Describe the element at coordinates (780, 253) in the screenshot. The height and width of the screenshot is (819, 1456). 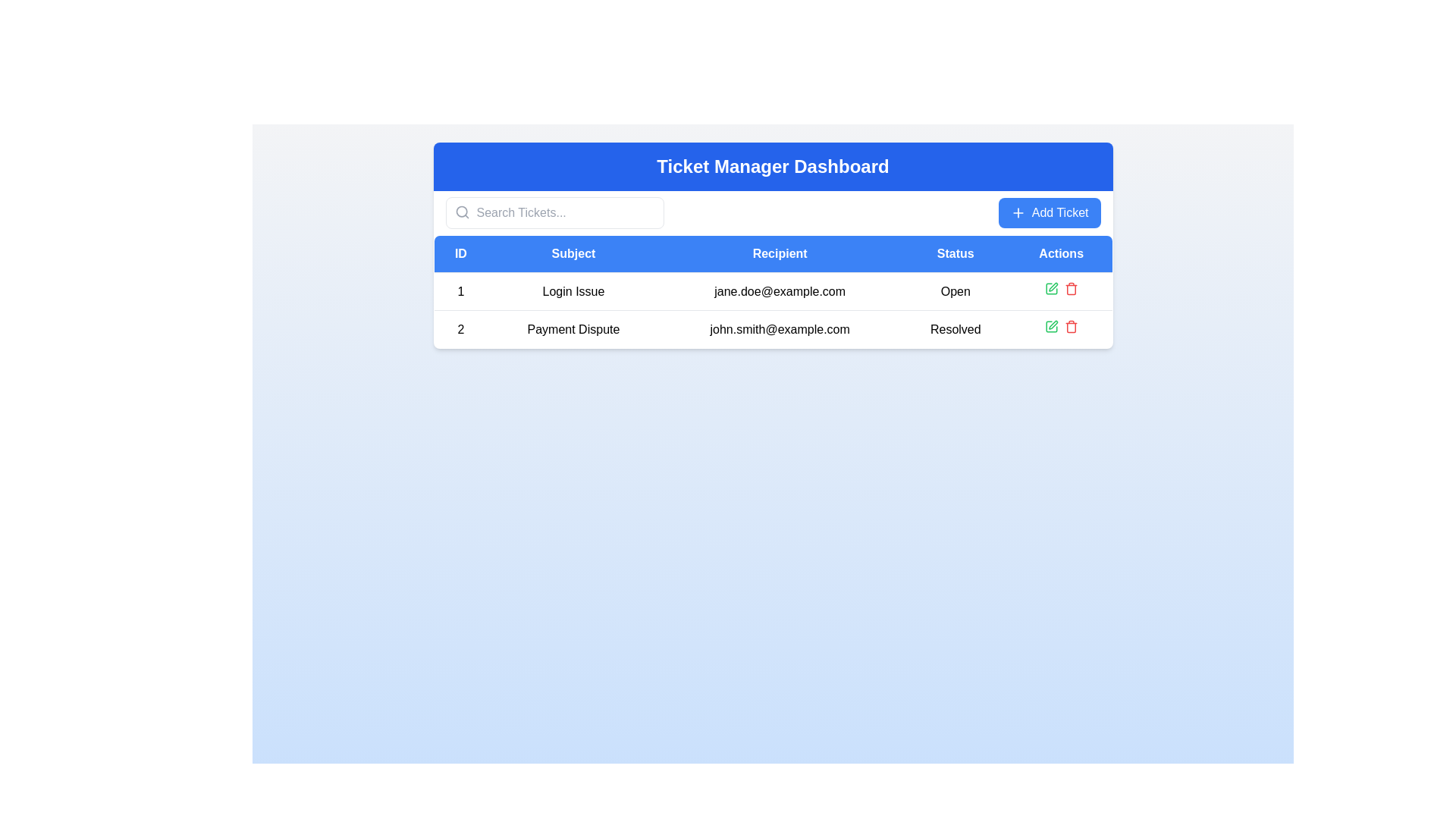
I see `the 'Recipient' header text in the table, which is a blue rectangle with white font, positioned as the third column header` at that location.